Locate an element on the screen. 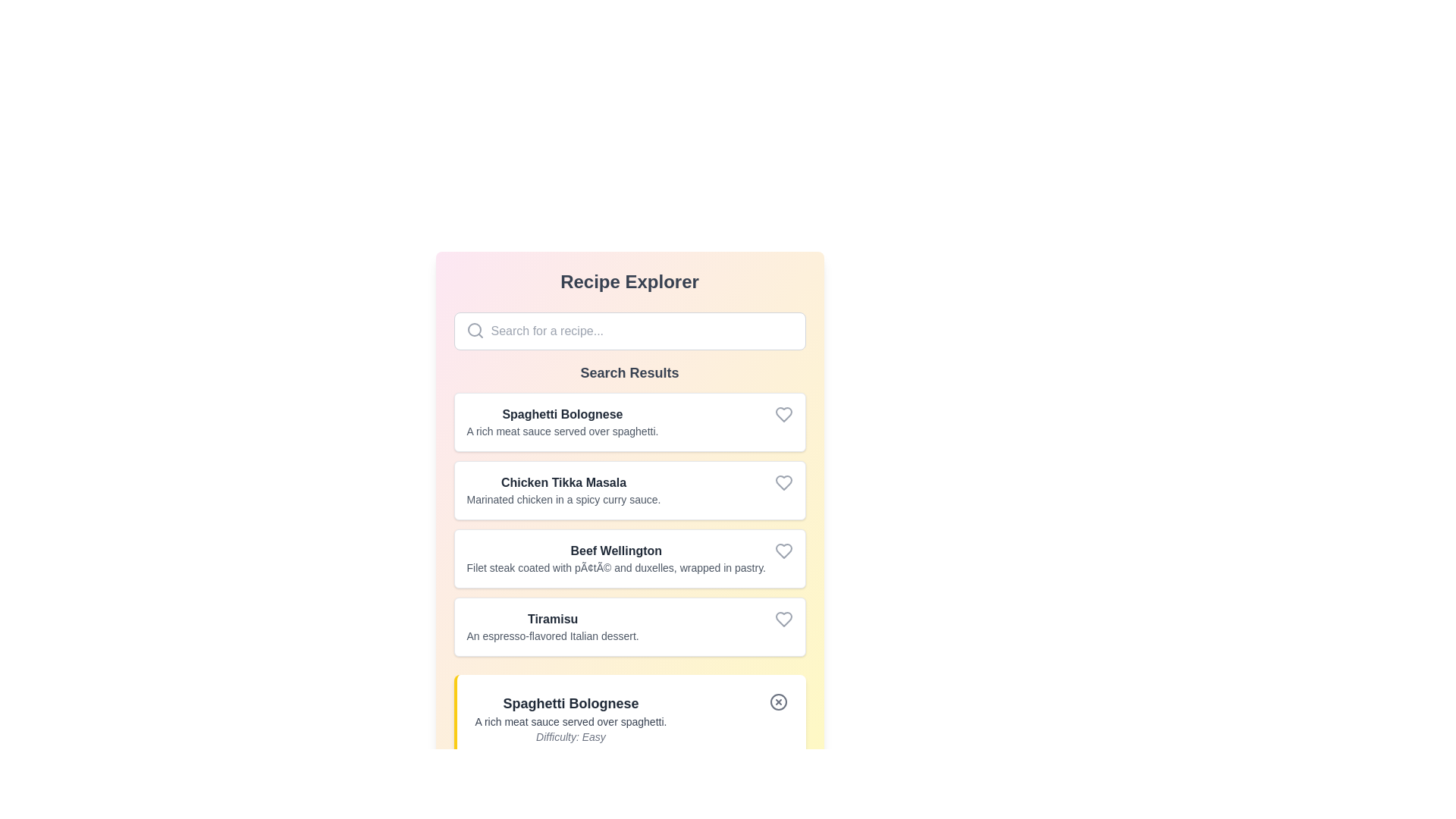  information displayed on the 'Spaghetti Bolognese' recipe card, which is the fifth card in the vertically stacked list within the 'Recipe Explorer' panel is located at coordinates (629, 718).